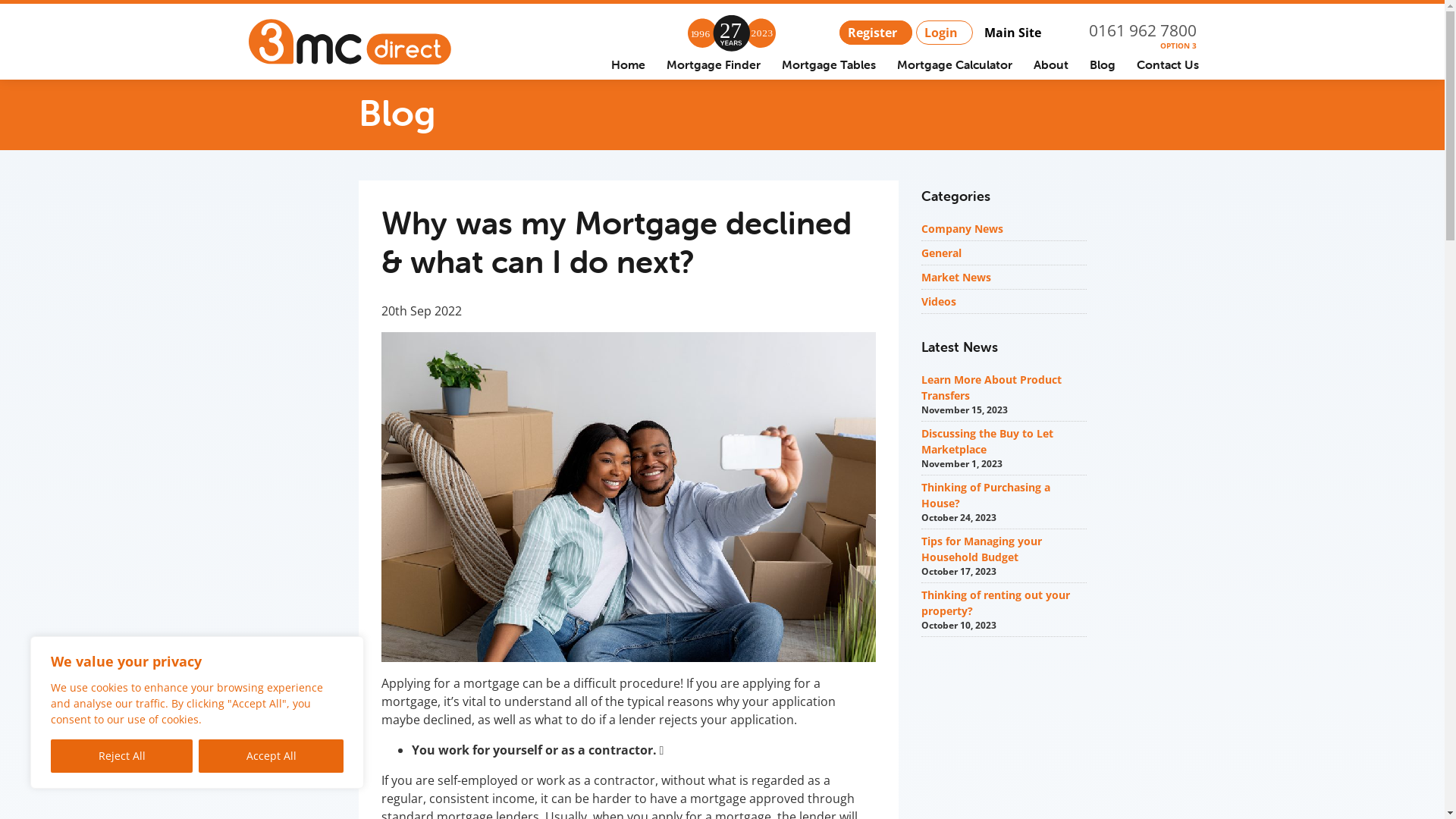 This screenshot has height=819, width=1456. What do you see at coordinates (952, 63) in the screenshot?
I see `'Mortgage Calculator'` at bounding box center [952, 63].